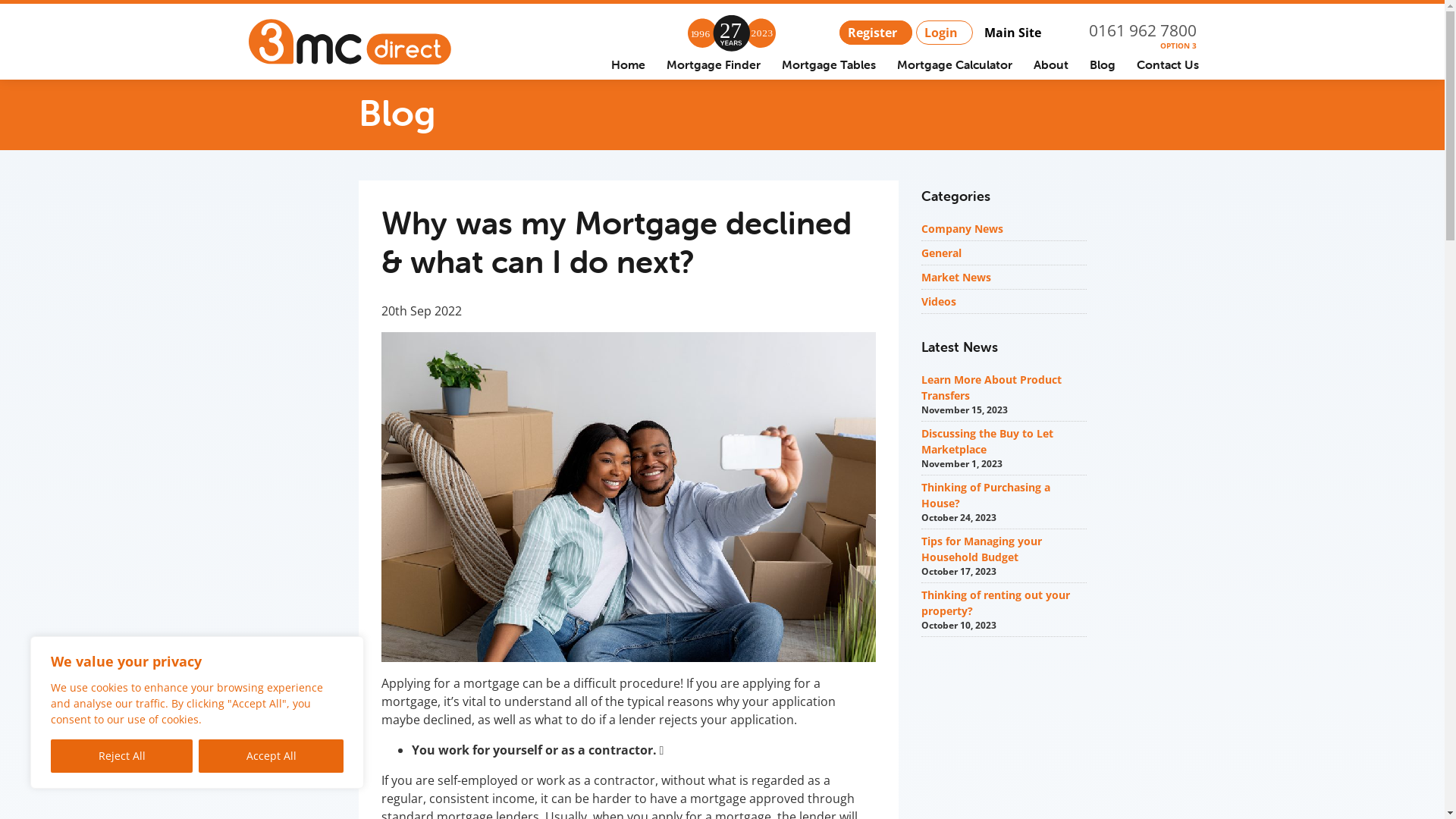 This screenshot has height=819, width=1456. What do you see at coordinates (952, 63) in the screenshot?
I see `'Mortgage Calculator'` at bounding box center [952, 63].